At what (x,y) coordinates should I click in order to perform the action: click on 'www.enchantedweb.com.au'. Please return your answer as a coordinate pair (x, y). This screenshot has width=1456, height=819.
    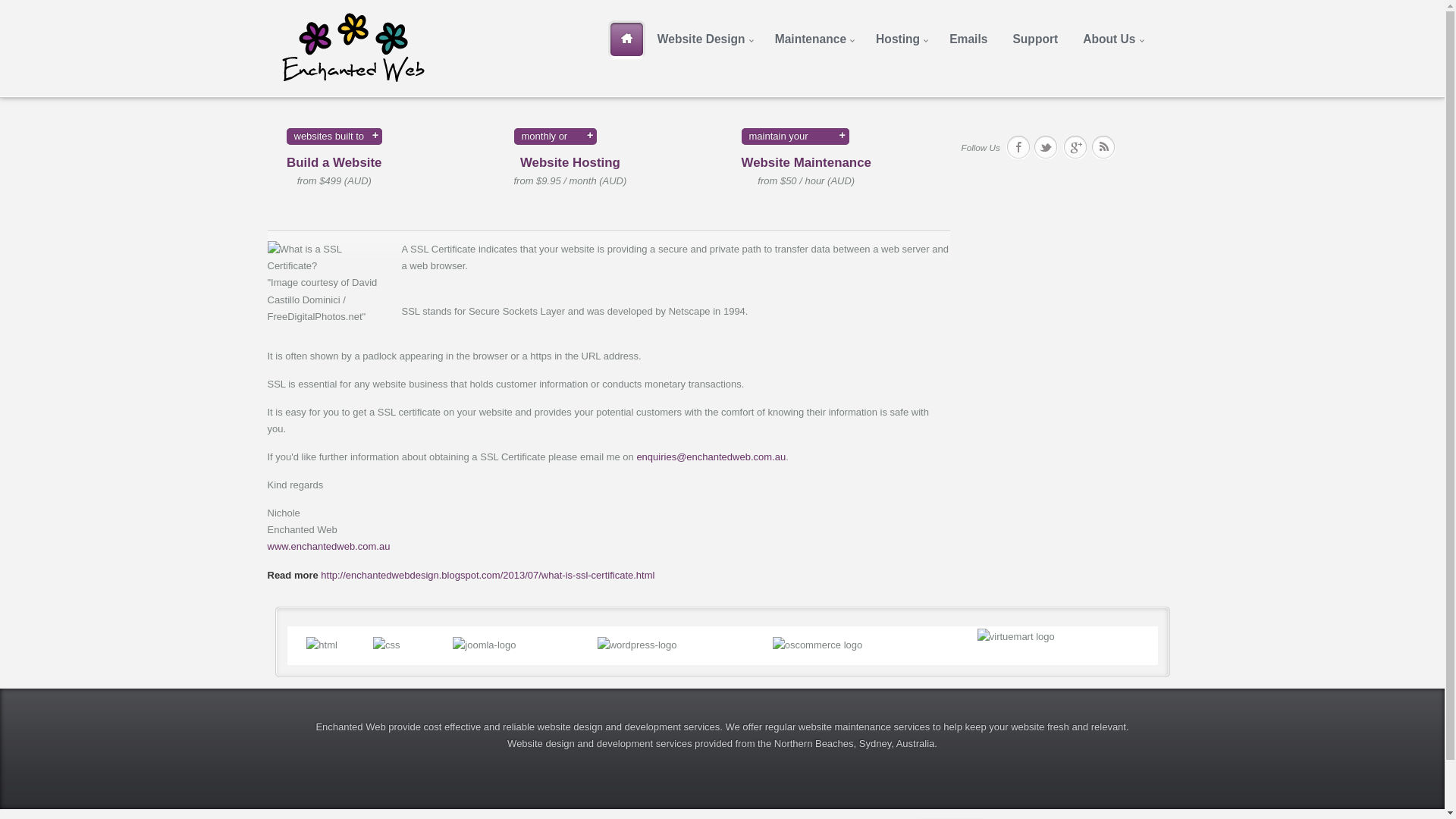
    Looking at the image, I should click on (266, 546).